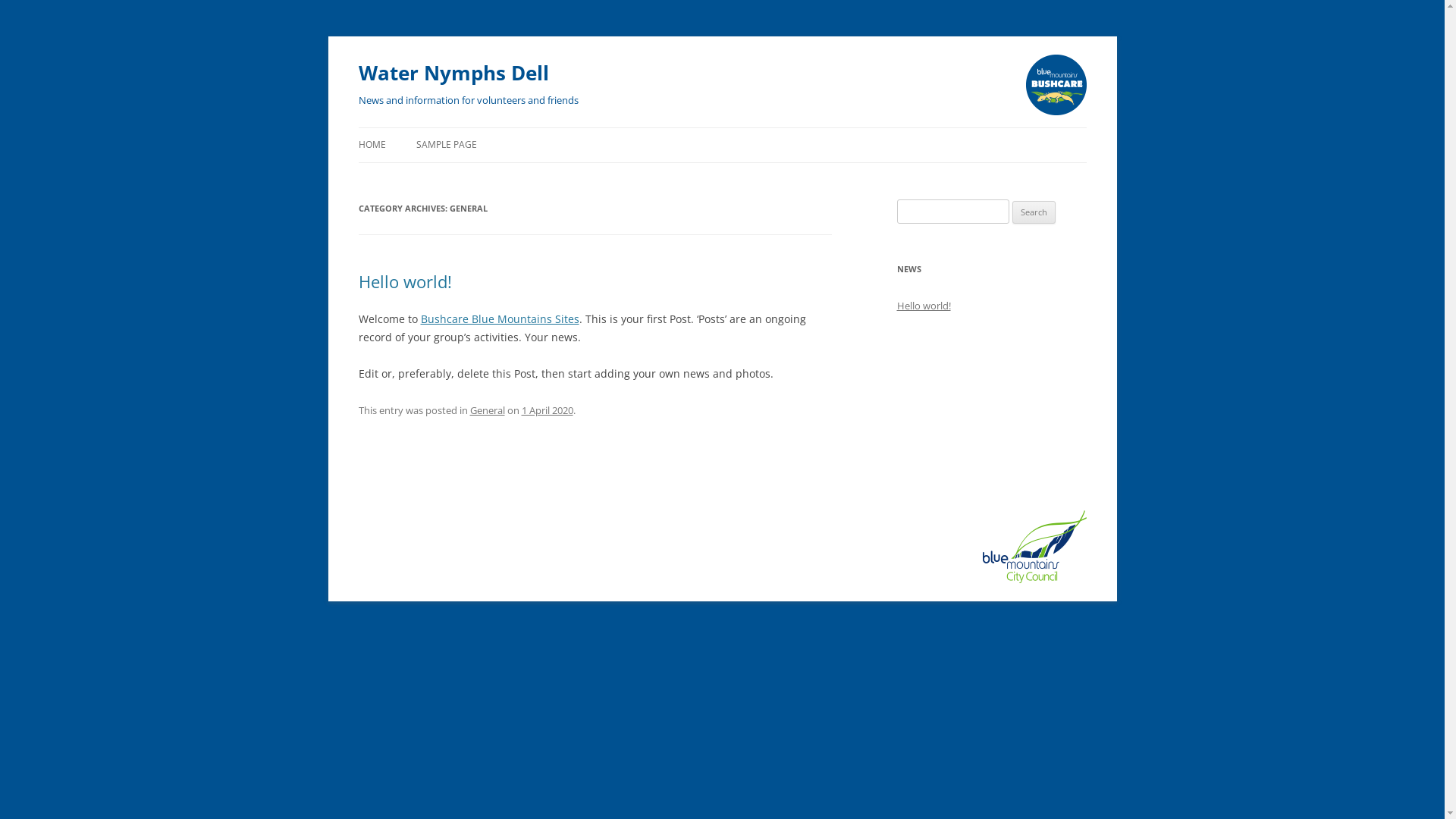 The width and height of the screenshot is (1456, 819). Describe the element at coordinates (488, 409) in the screenshot. I see `'General'` at that location.